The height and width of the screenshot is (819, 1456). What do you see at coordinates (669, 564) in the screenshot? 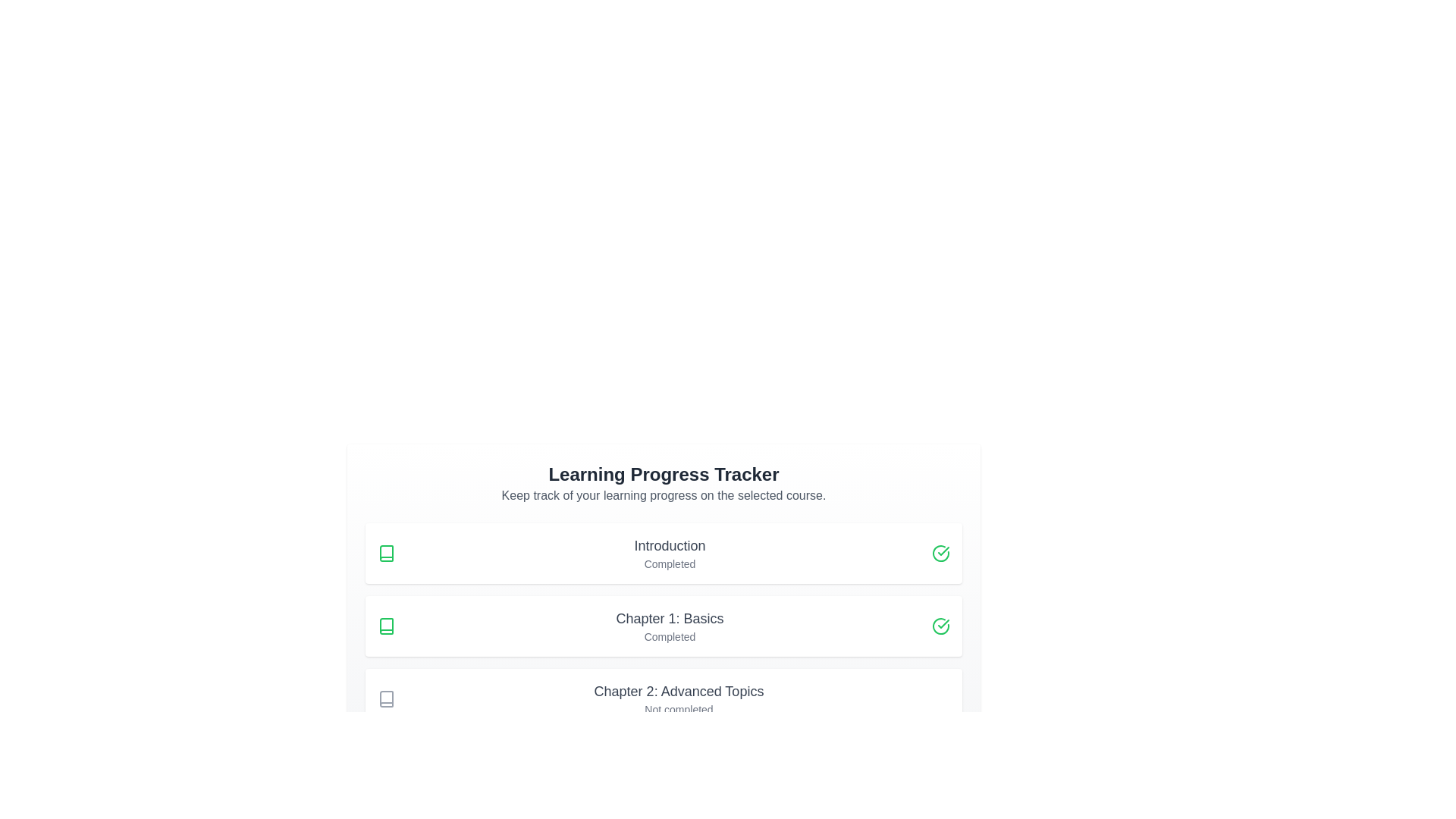
I see `the status label indicating 'Completed' for the 'Introduction' section in the 'Learning Progress Tracker' interface` at bounding box center [669, 564].